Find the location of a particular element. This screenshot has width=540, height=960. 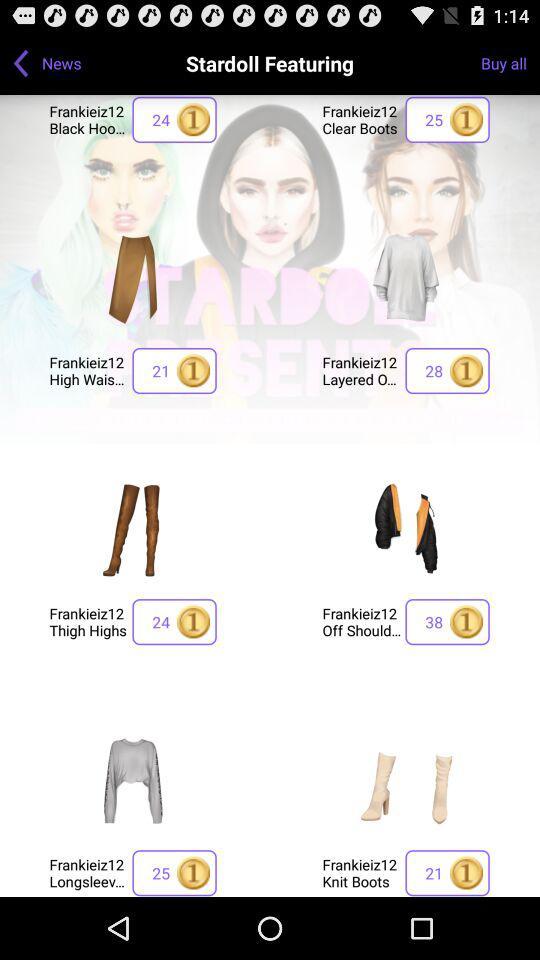

the frankieiz12 thigh highs is located at coordinates (87, 620).